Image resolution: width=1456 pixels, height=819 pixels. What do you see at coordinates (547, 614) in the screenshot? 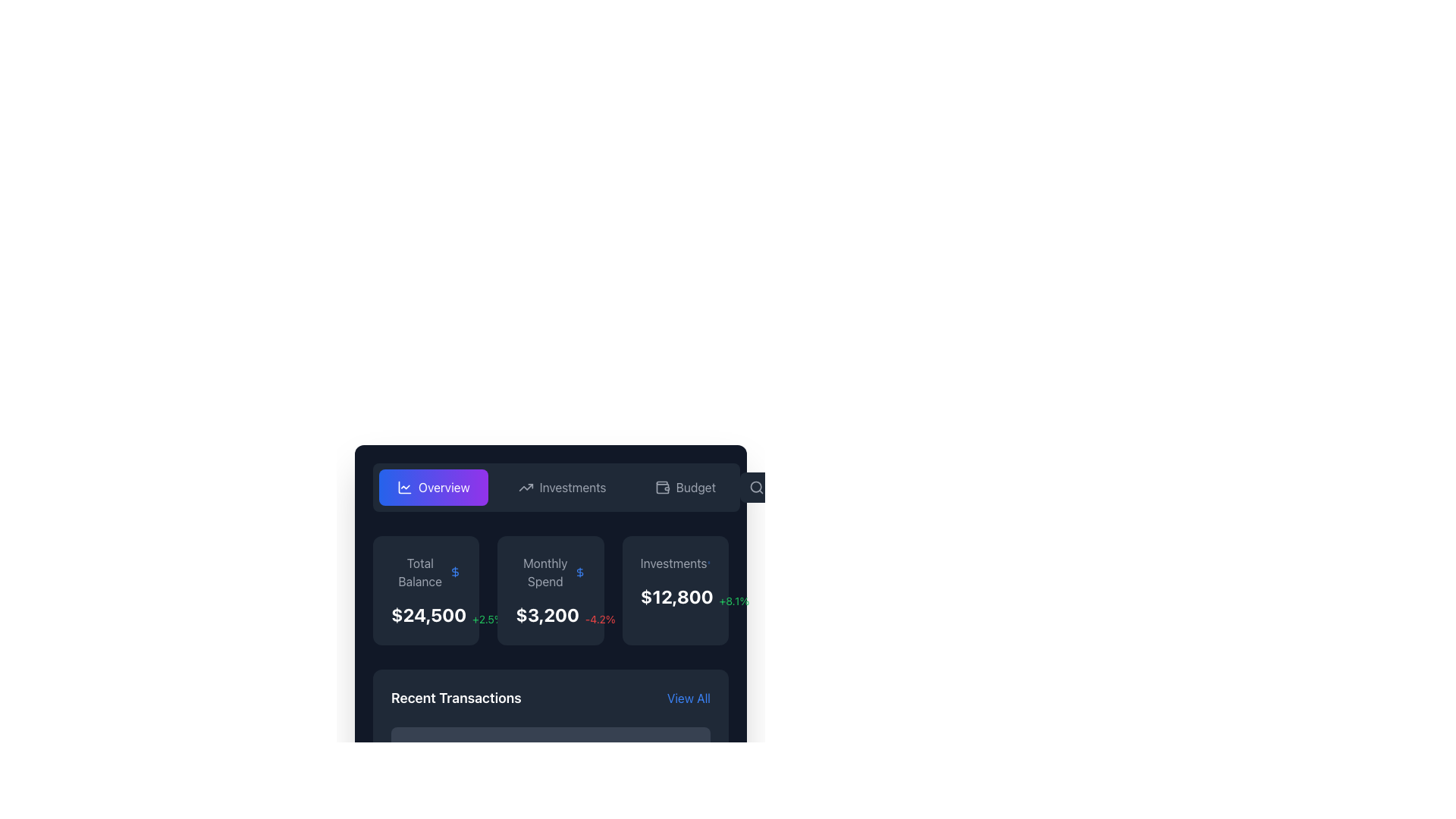
I see `text label displaying '$3,200' in white, bold font, located below the 'Monthly Spend' title and to the left of the '-4.2%' text` at bounding box center [547, 614].